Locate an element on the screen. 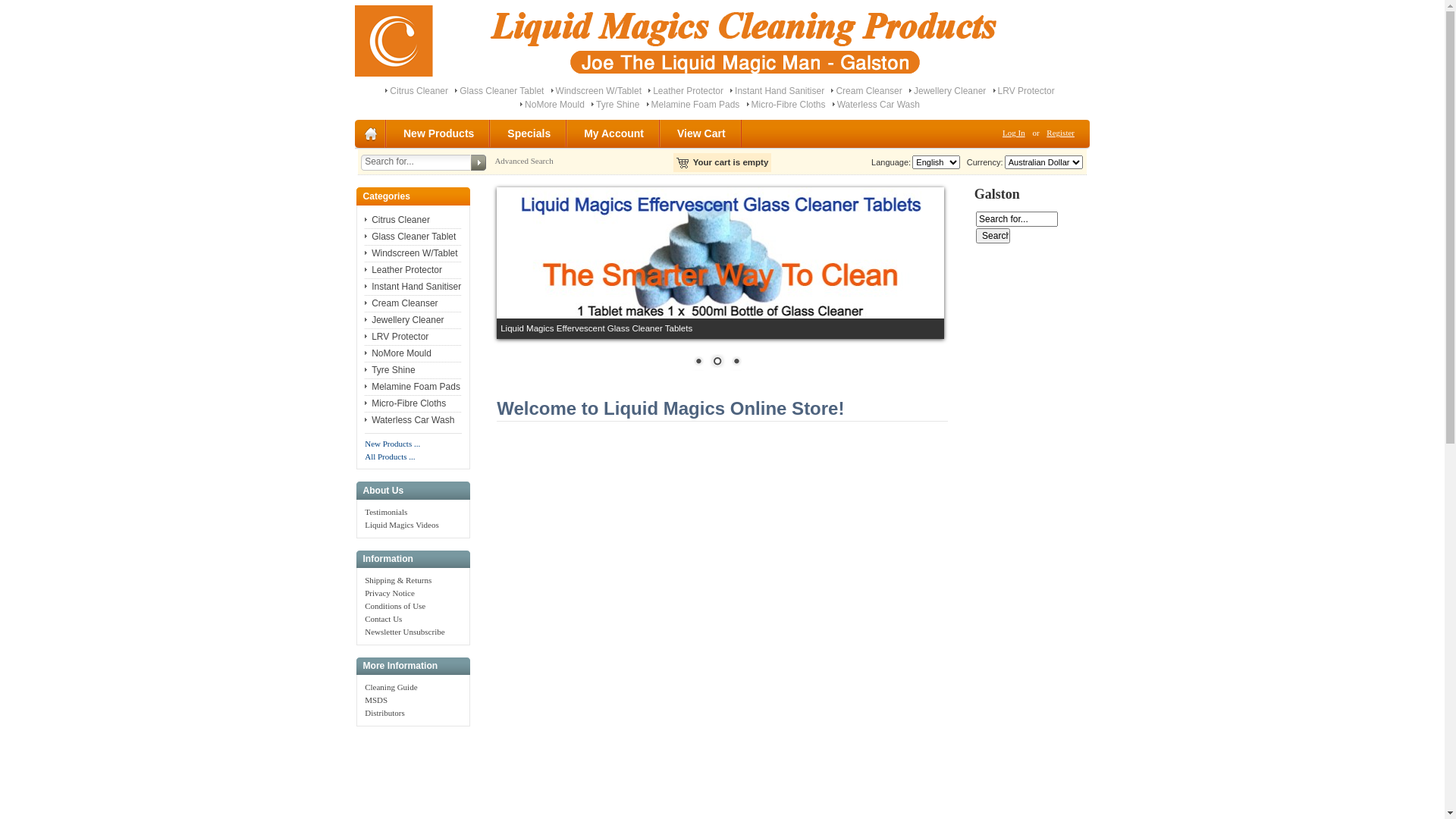 The width and height of the screenshot is (1456, 819). '2' is located at coordinates (716, 362).